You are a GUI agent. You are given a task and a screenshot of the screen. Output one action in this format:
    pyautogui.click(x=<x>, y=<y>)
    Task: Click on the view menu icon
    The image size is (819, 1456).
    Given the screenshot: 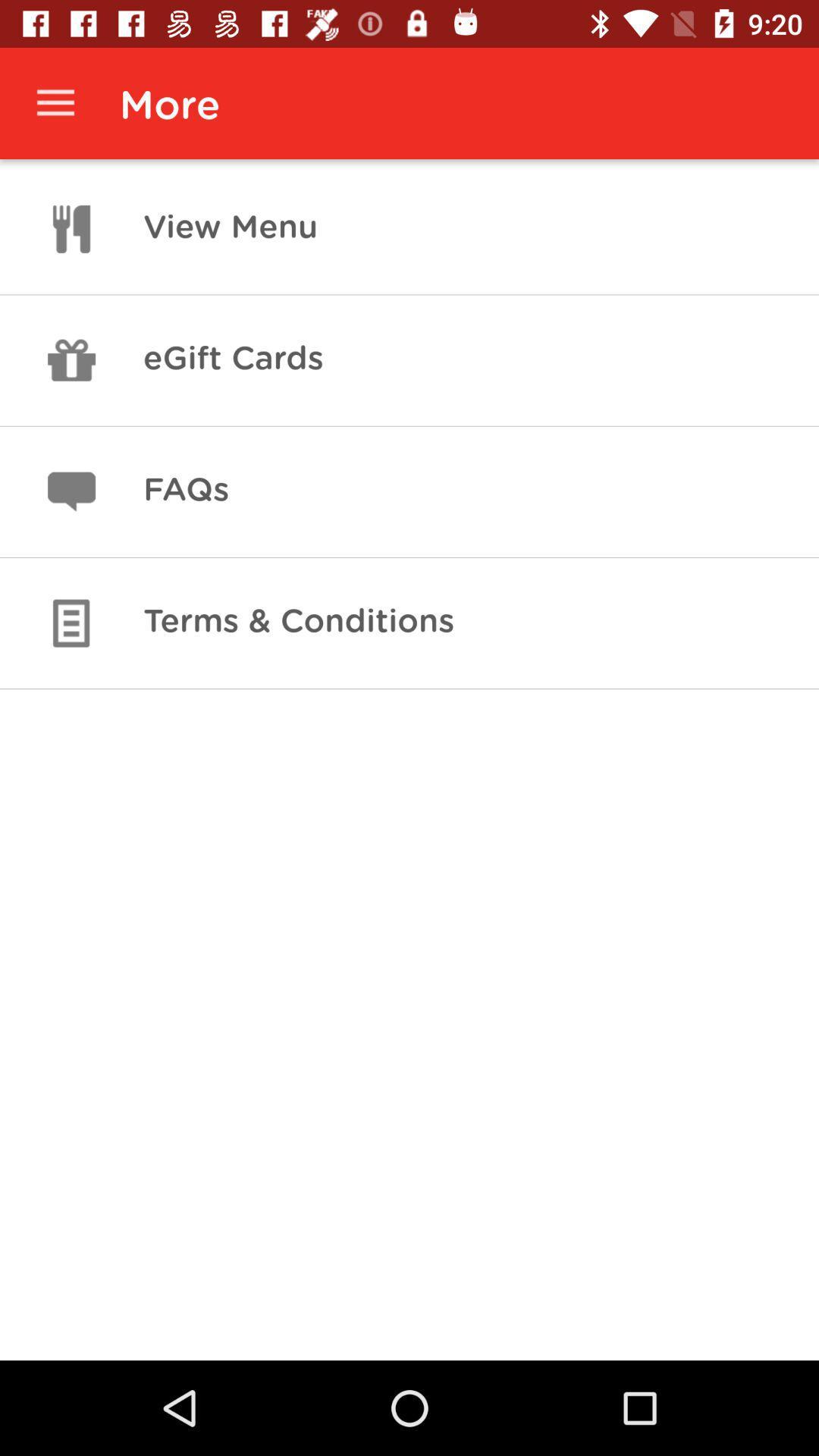 What is the action you would take?
    pyautogui.click(x=231, y=228)
    